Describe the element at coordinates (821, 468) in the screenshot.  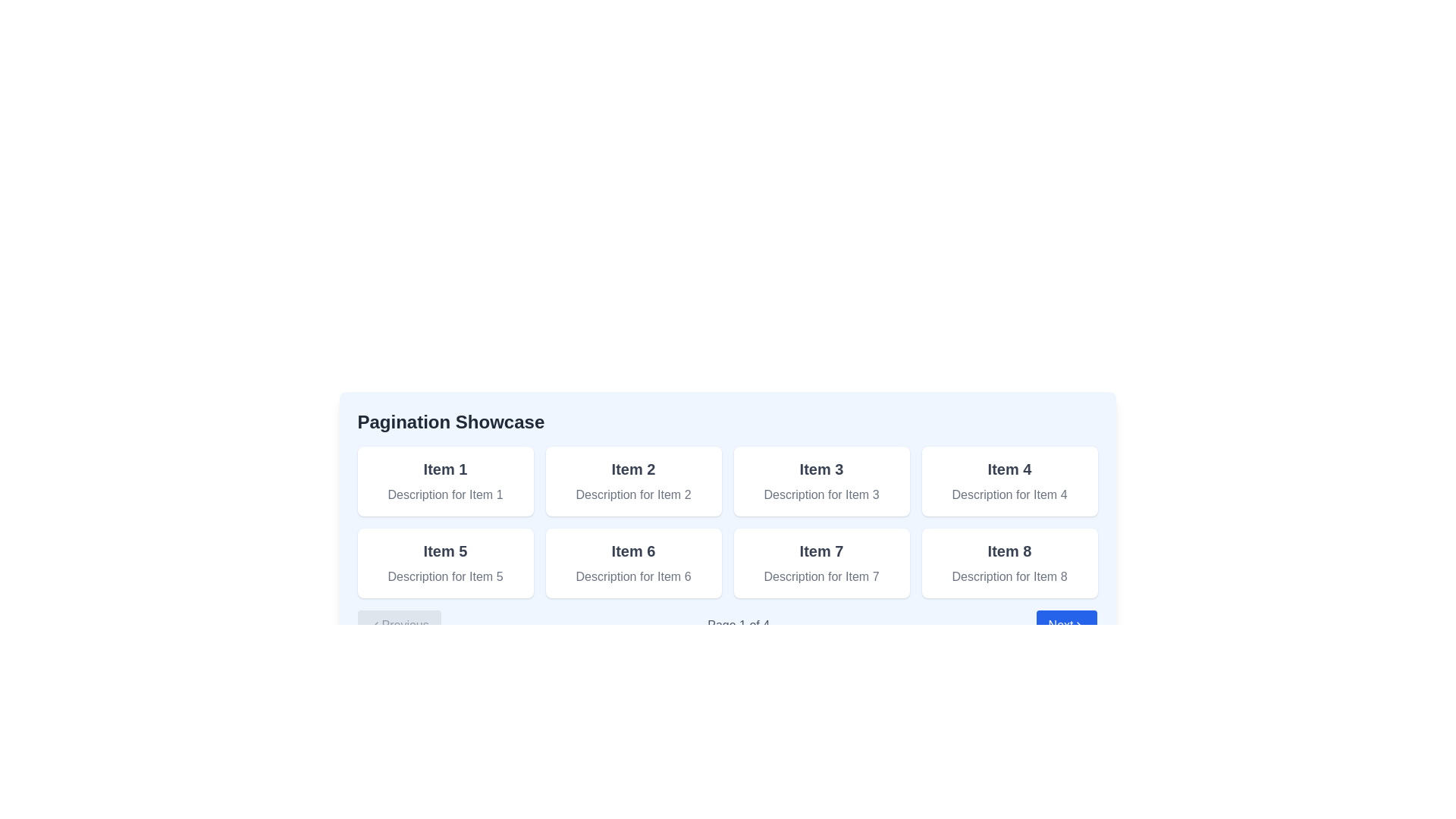
I see `the Text Label that serves as the title for the grid card, located in the first row, third column of the grid layout` at that location.